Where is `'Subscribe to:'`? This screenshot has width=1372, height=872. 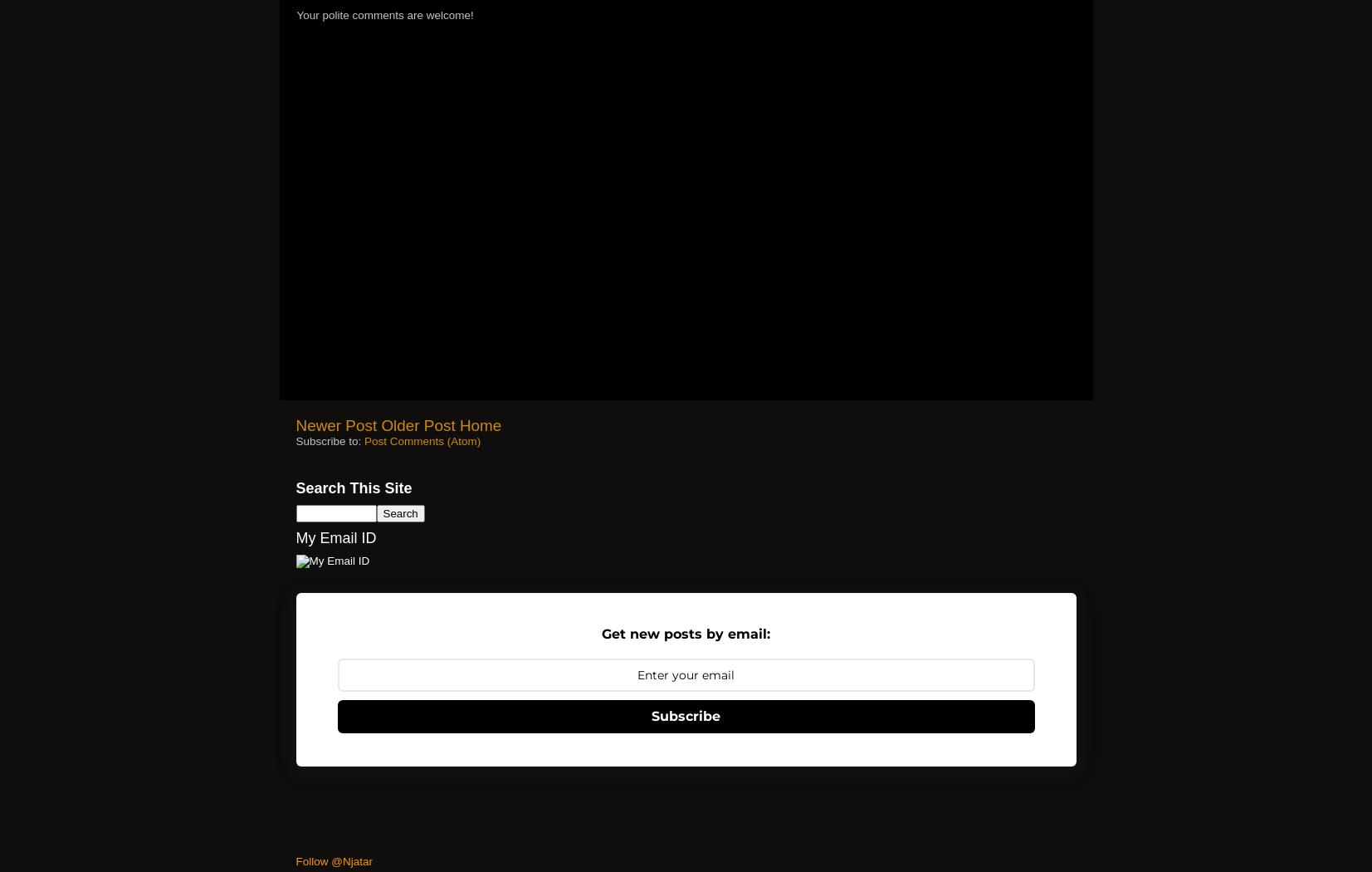
'Subscribe to:' is located at coordinates (329, 441).